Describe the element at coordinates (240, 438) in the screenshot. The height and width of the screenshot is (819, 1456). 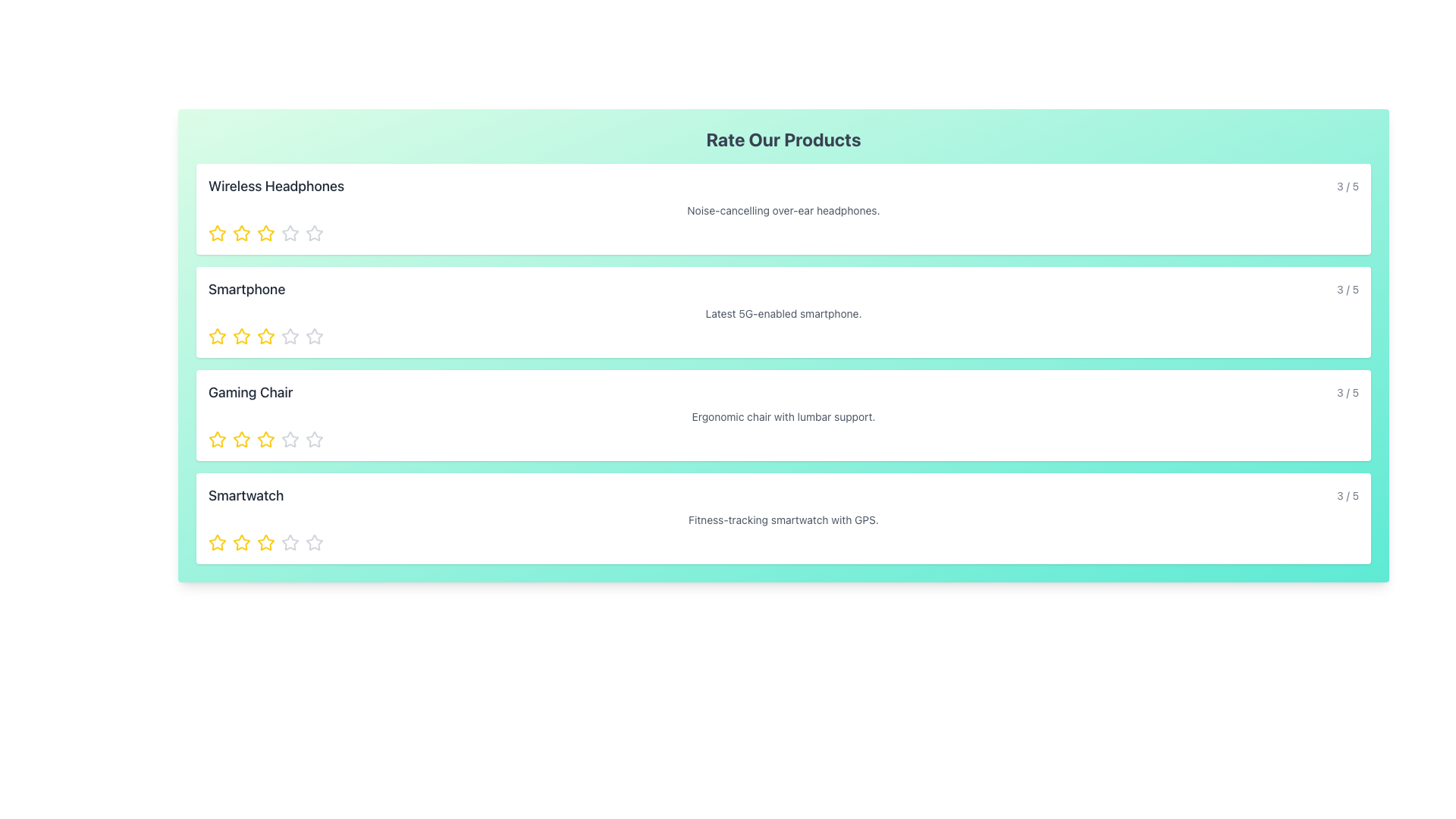
I see `the first Rating Star for the 'Gaming Chair' item to rate it` at that location.